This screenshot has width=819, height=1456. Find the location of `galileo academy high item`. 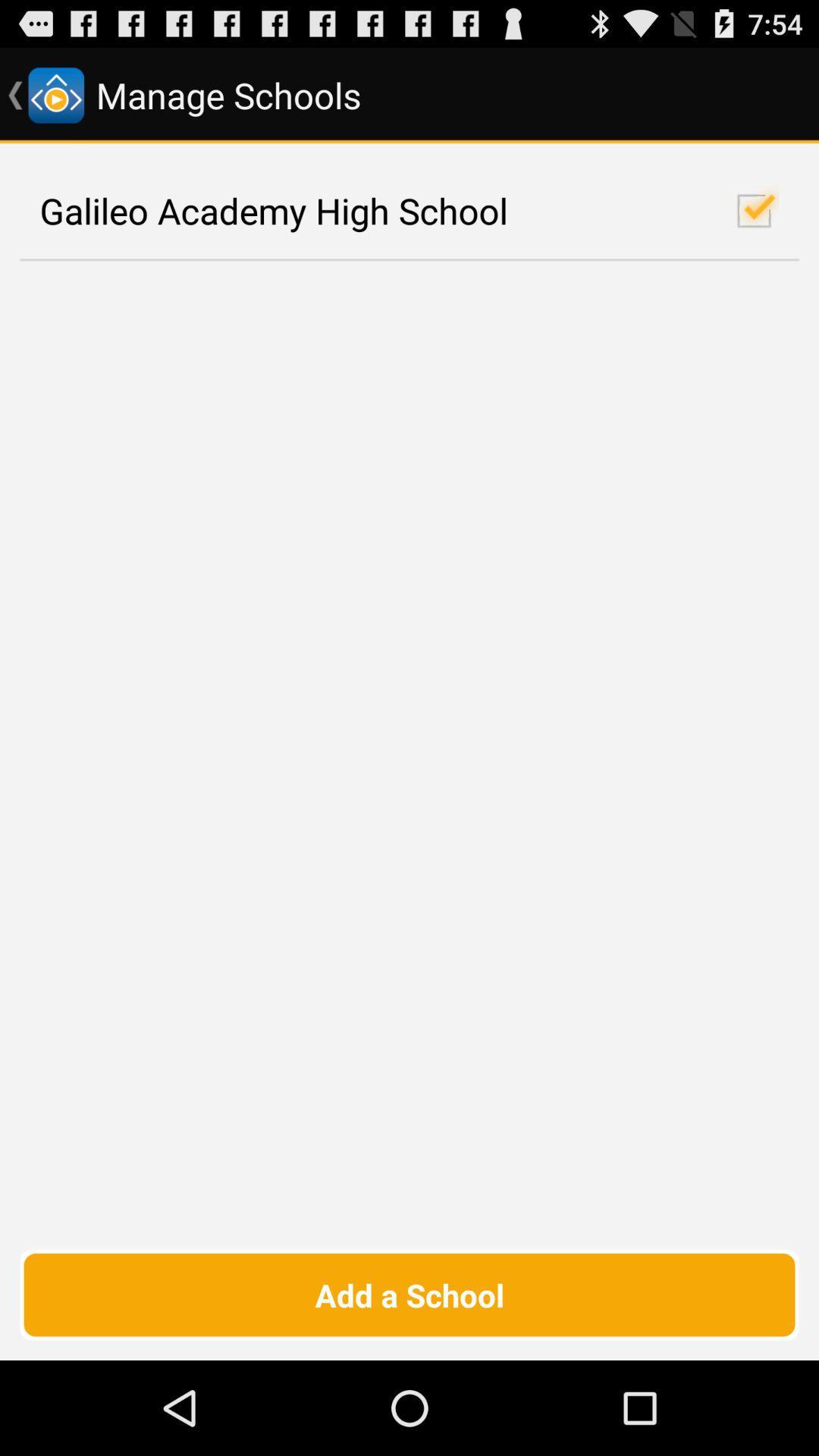

galileo academy high item is located at coordinates (409, 210).